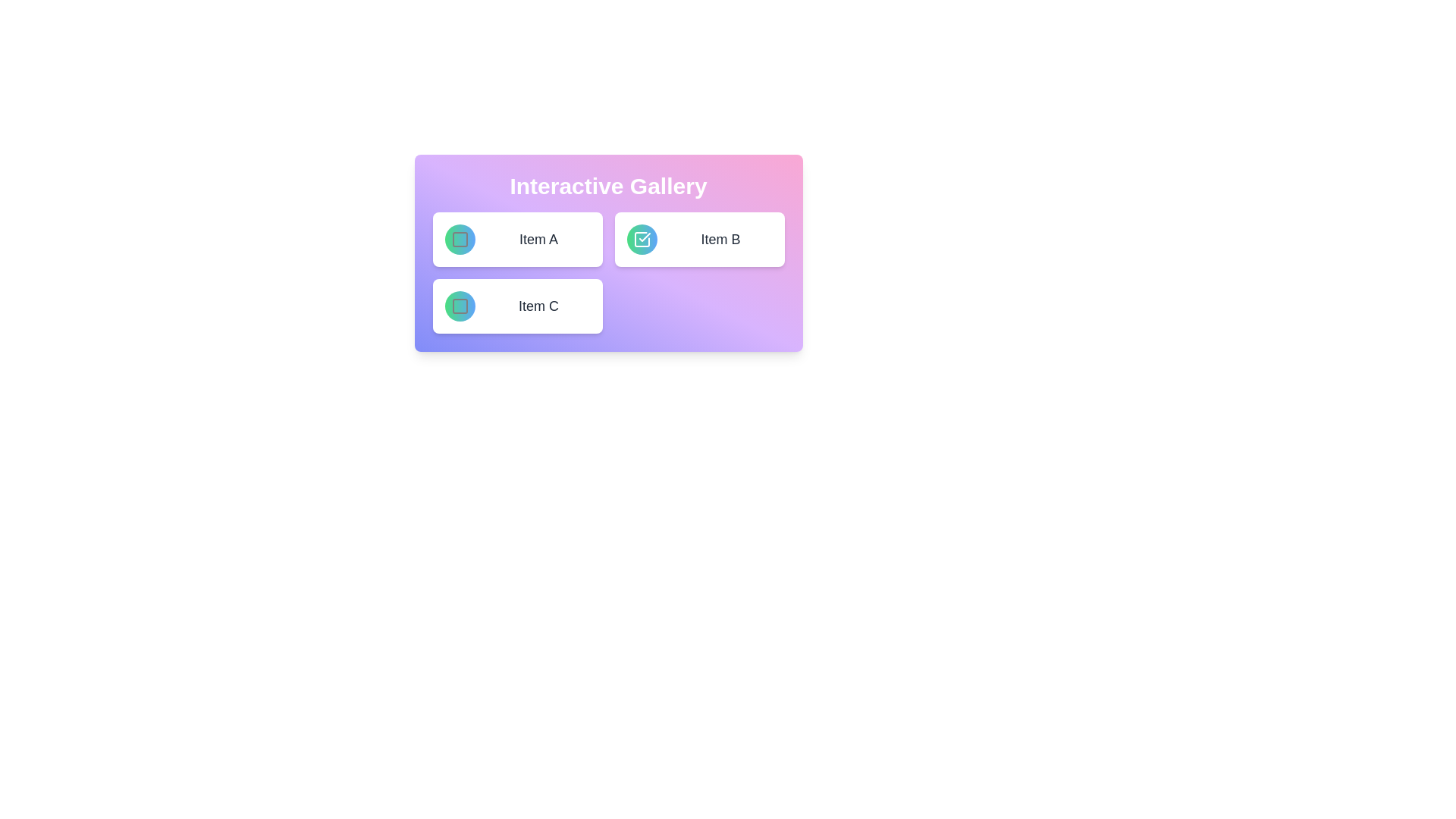 The width and height of the screenshot is (1456, 819). Describe the element at coordinates (644, 237) in the screenshot. I see `the check-shaped decorative icon representing a completed status for 'Item B' in the second row of the 'Interactive Gallery' section` at that location.